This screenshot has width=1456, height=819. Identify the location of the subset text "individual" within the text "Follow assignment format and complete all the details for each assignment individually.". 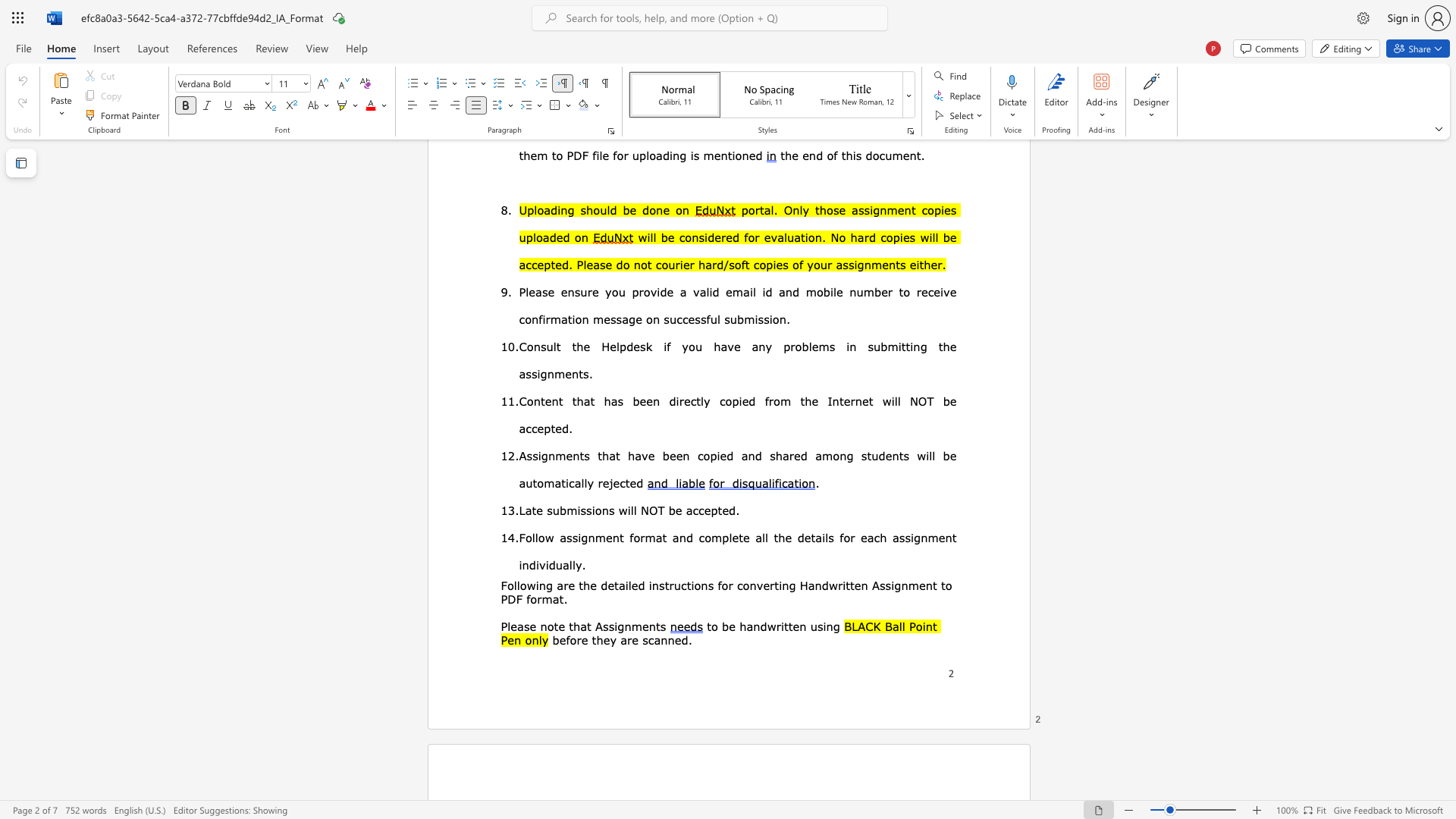
(519, 564).